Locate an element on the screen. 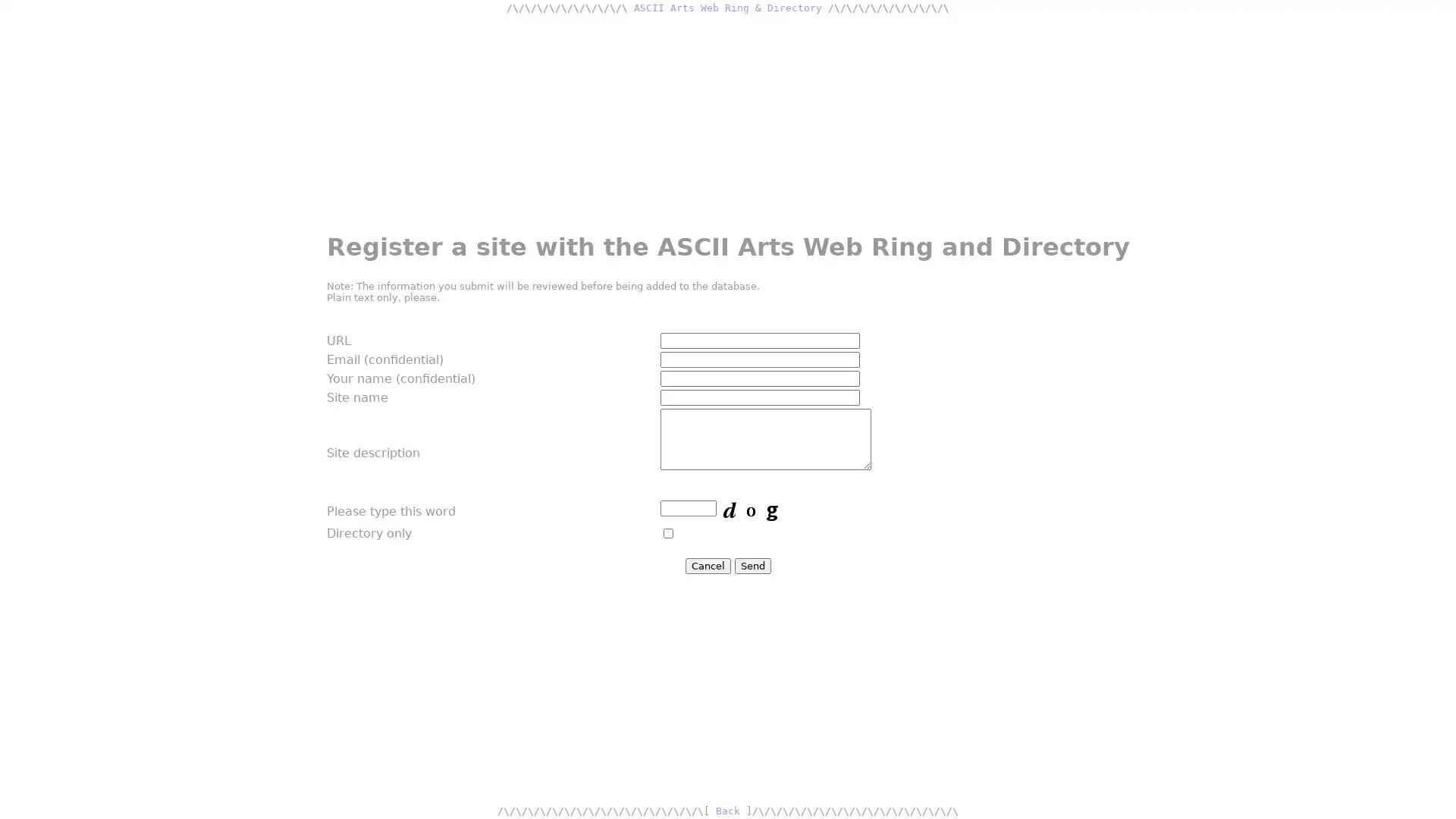  Cancel is located at coordinates (706, 566).